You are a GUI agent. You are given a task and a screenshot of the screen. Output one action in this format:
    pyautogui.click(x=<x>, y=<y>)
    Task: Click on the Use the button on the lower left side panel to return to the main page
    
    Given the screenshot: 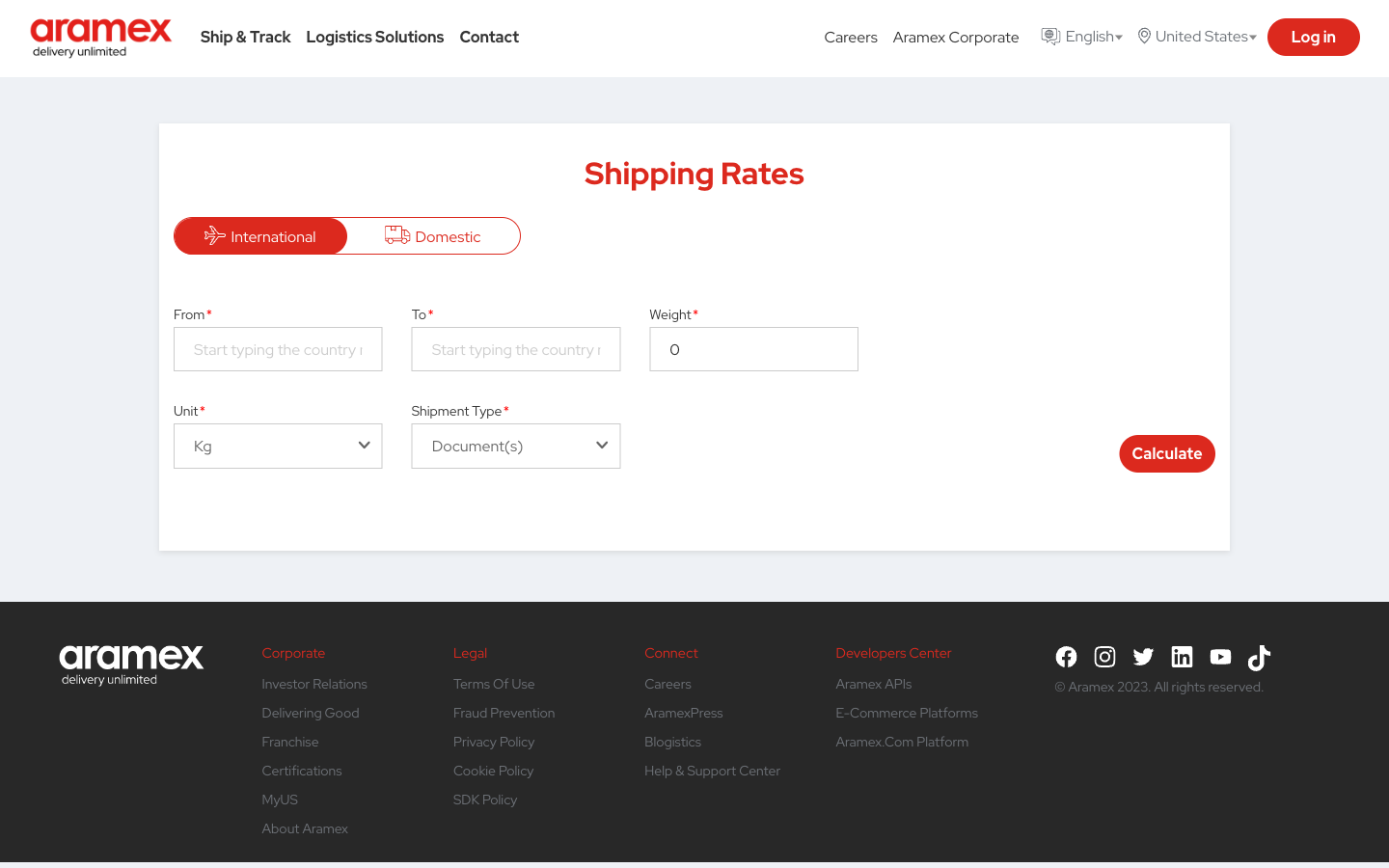 What is the action you would take?
    pyautogui.click(x=130, y=655)
    